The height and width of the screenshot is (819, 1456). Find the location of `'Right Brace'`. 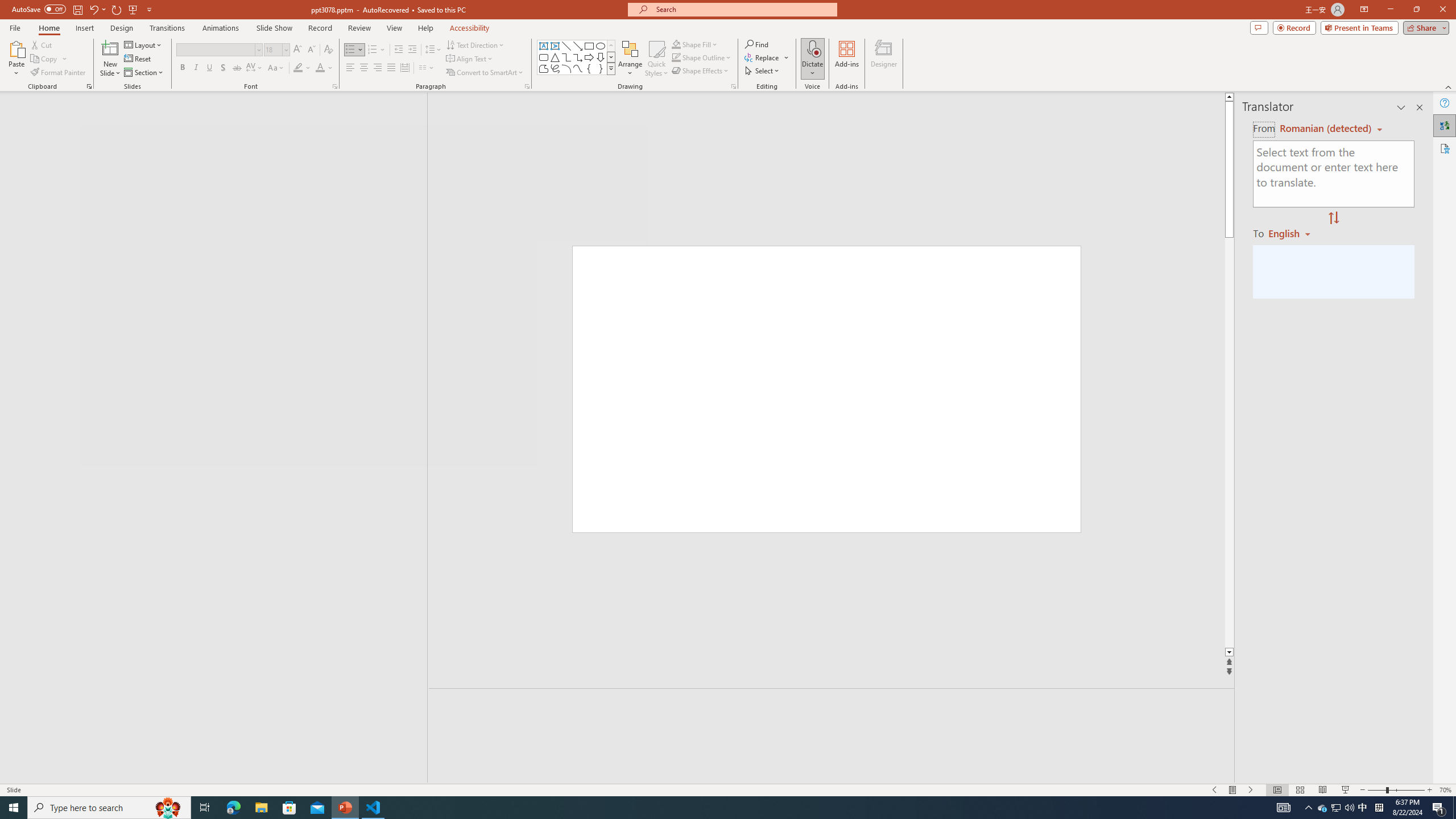

'Right Brace' is located at coordinates (600, 68).